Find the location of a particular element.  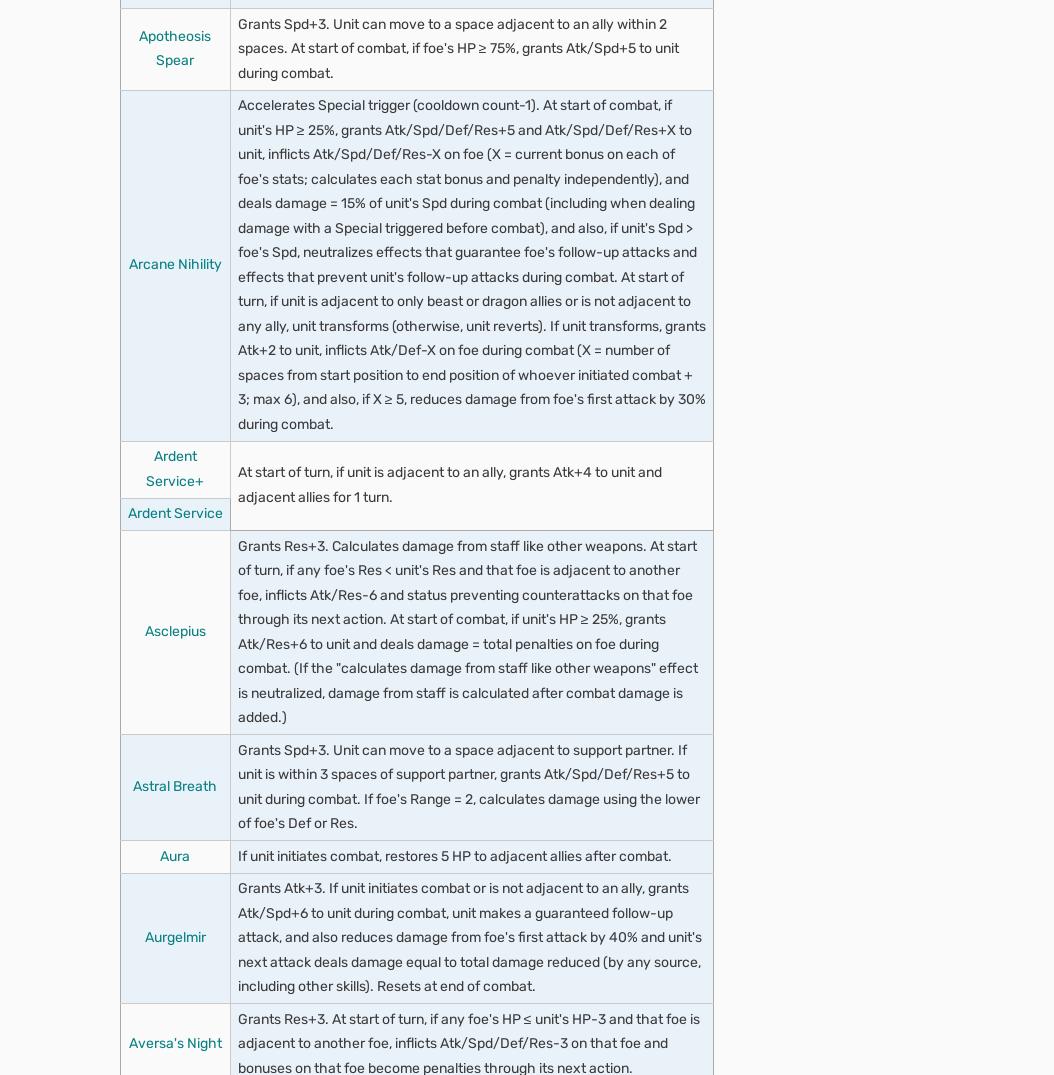

'【Null Panic】' is located at coordinates (304, 919).